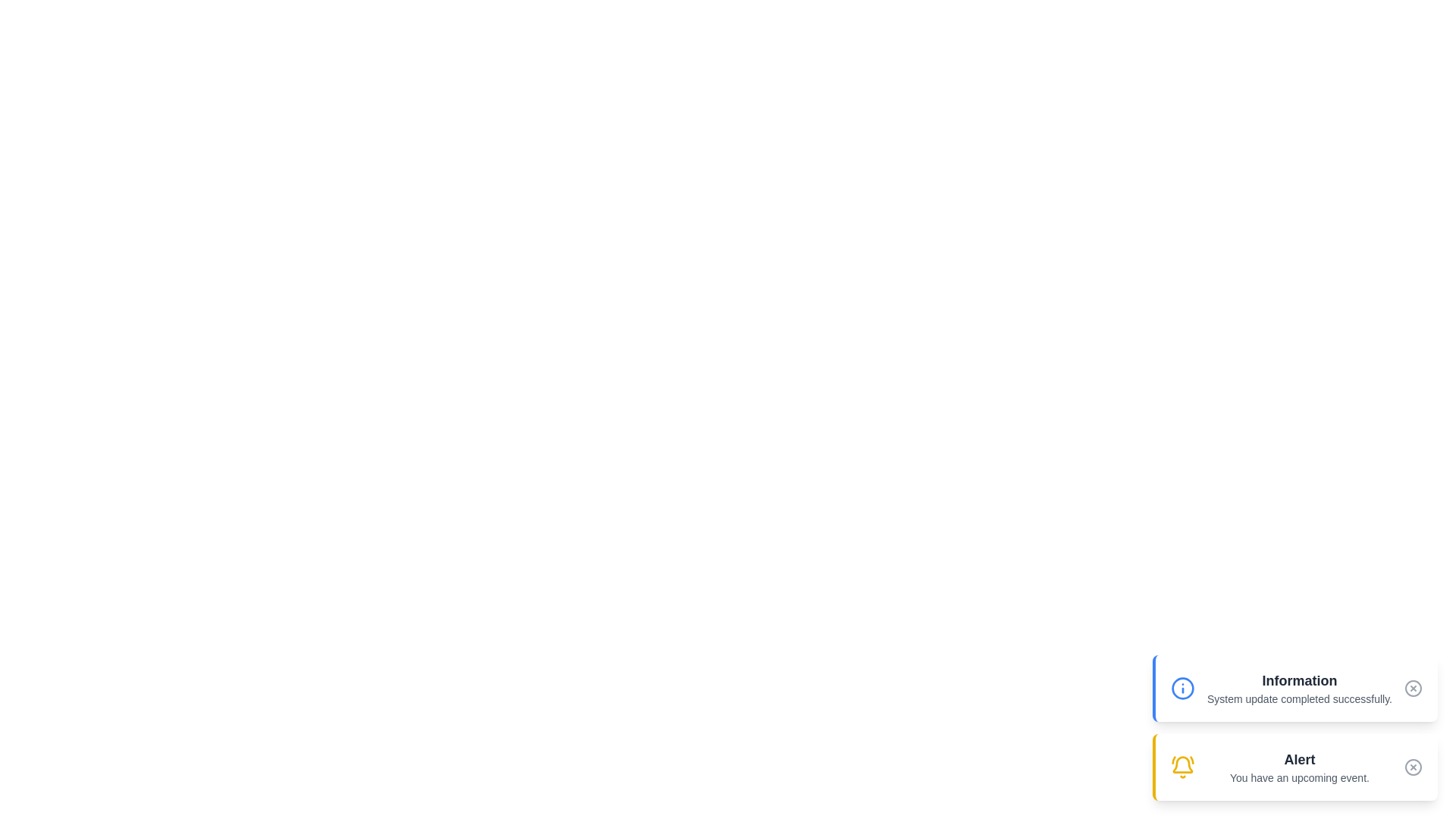  Describe the element at coordinates (1298, 767) in the screenshot. I see `the text of the notification titled 'Alert'` at that location.